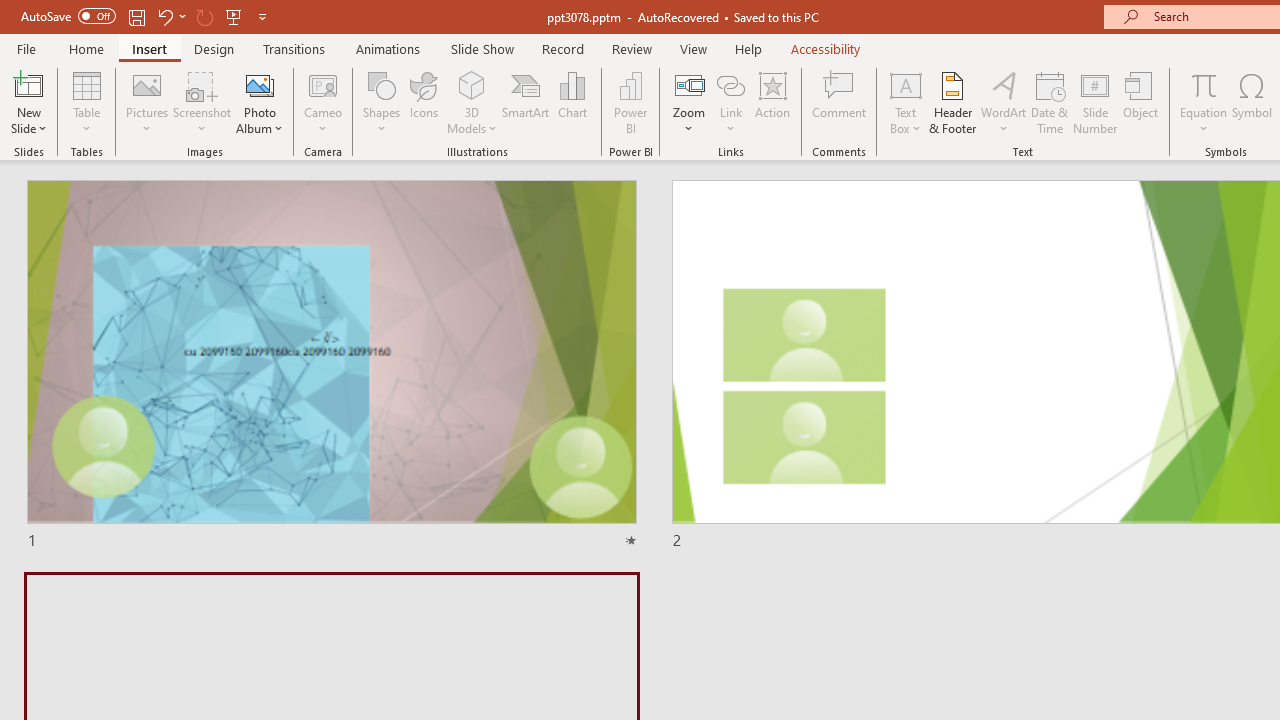 The height and width of the screenshot is (720, 1280). I want to click on 'Symbol...', so click(1251, 103).